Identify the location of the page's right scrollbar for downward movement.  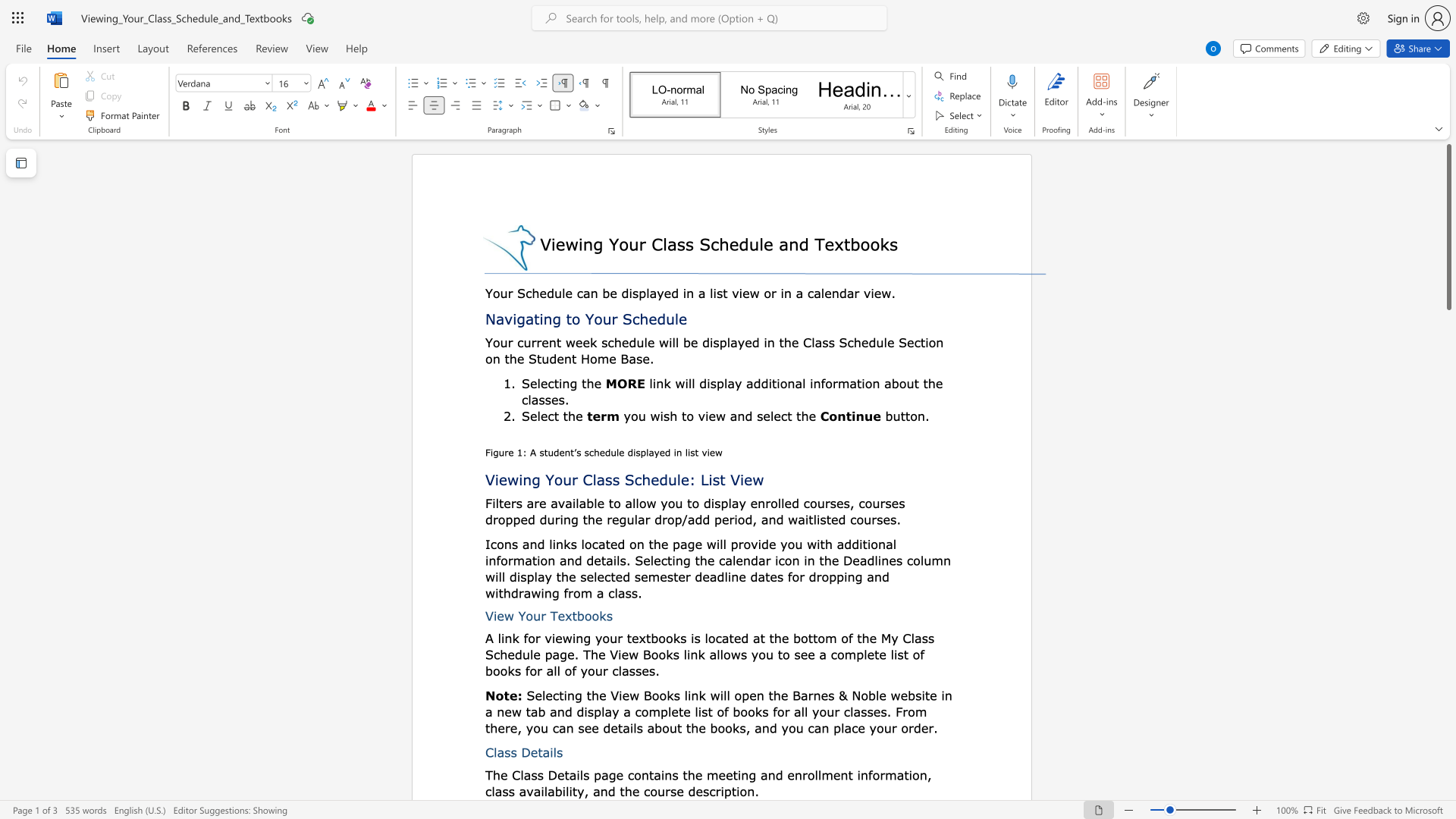
(1448, 363).